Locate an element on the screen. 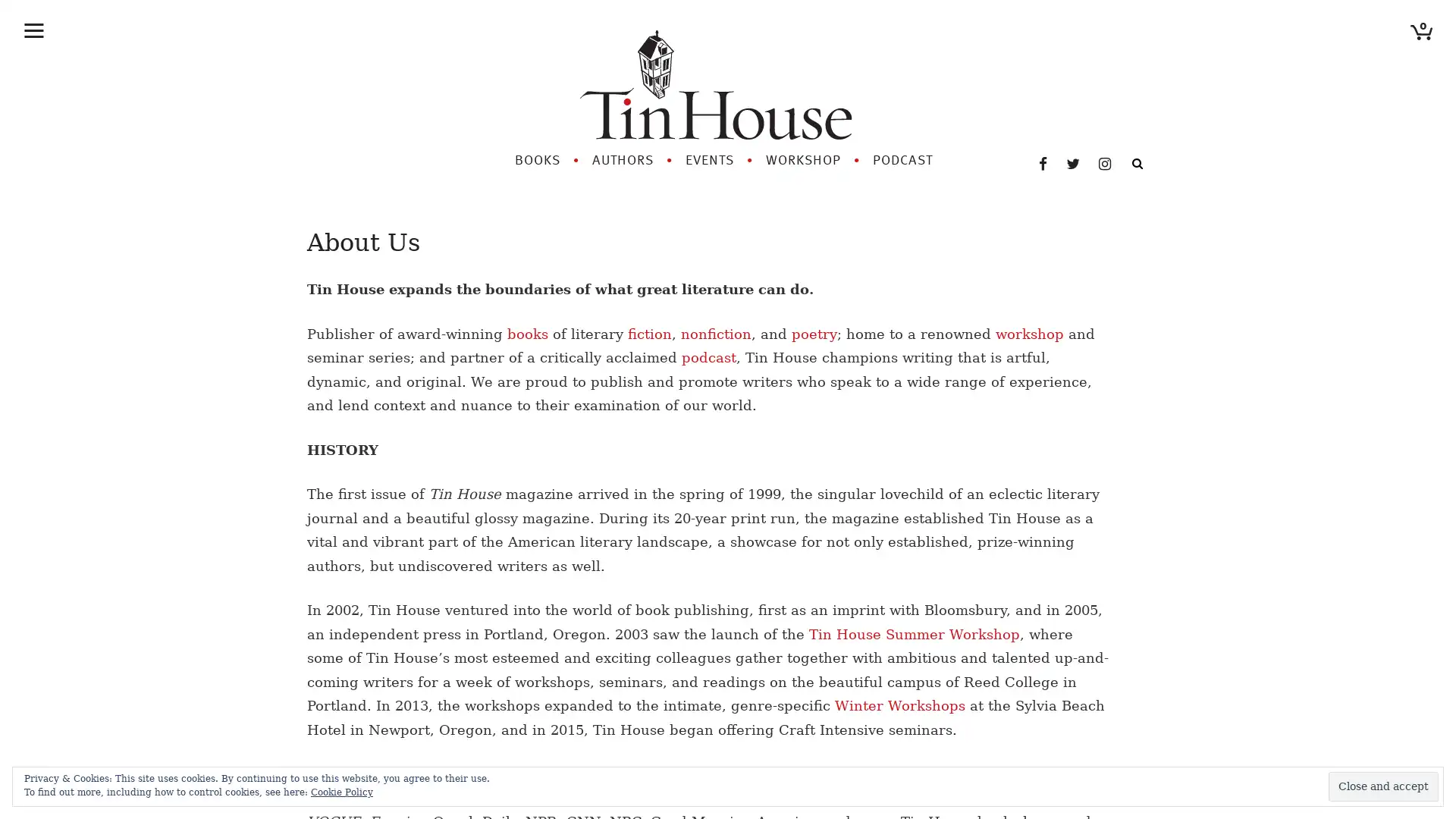  Close and accept is located at coordinates (1383, 786).